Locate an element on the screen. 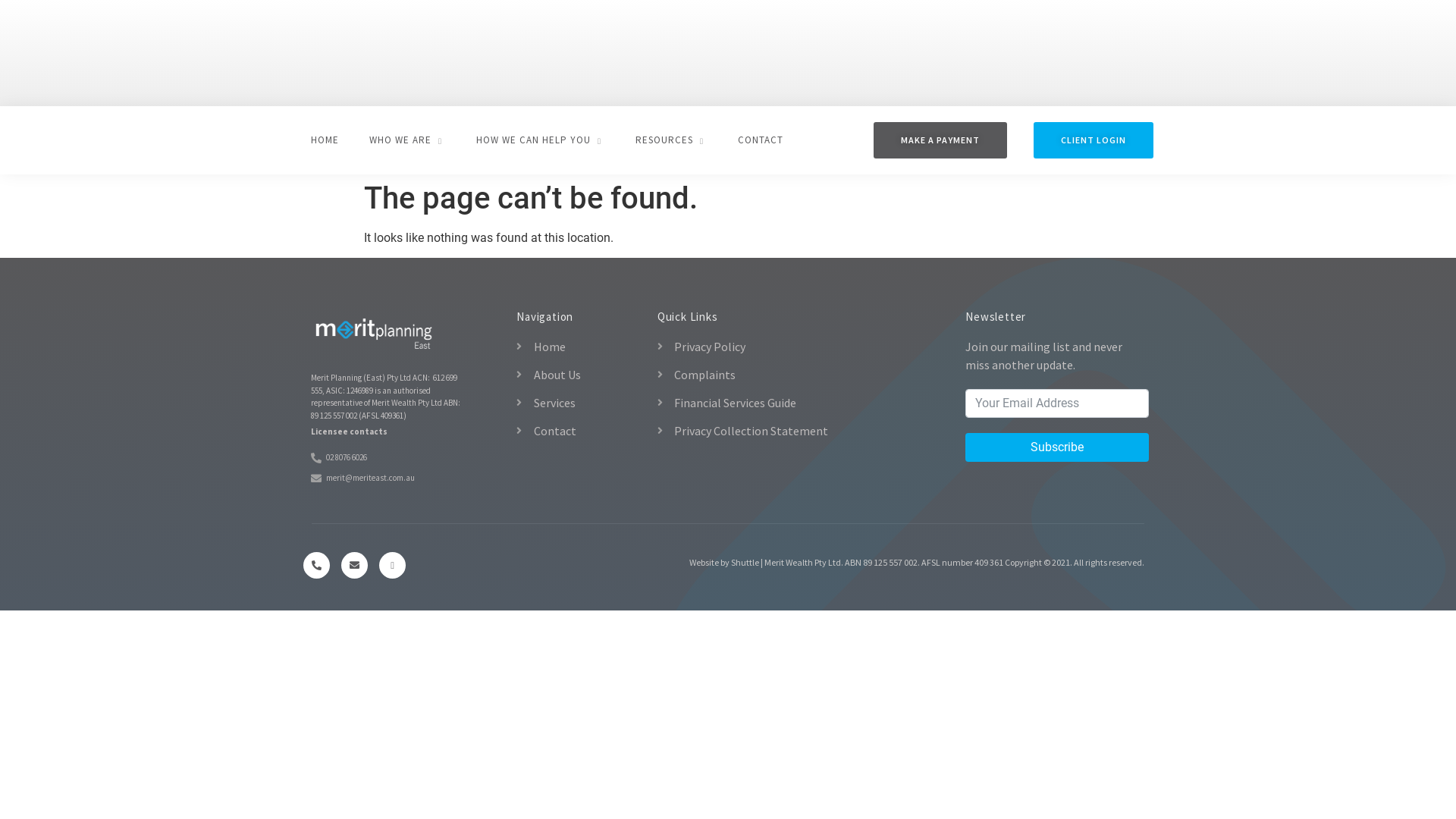 The image size is (1456, 819). 'Contact' is located at coordinates (578, 430).